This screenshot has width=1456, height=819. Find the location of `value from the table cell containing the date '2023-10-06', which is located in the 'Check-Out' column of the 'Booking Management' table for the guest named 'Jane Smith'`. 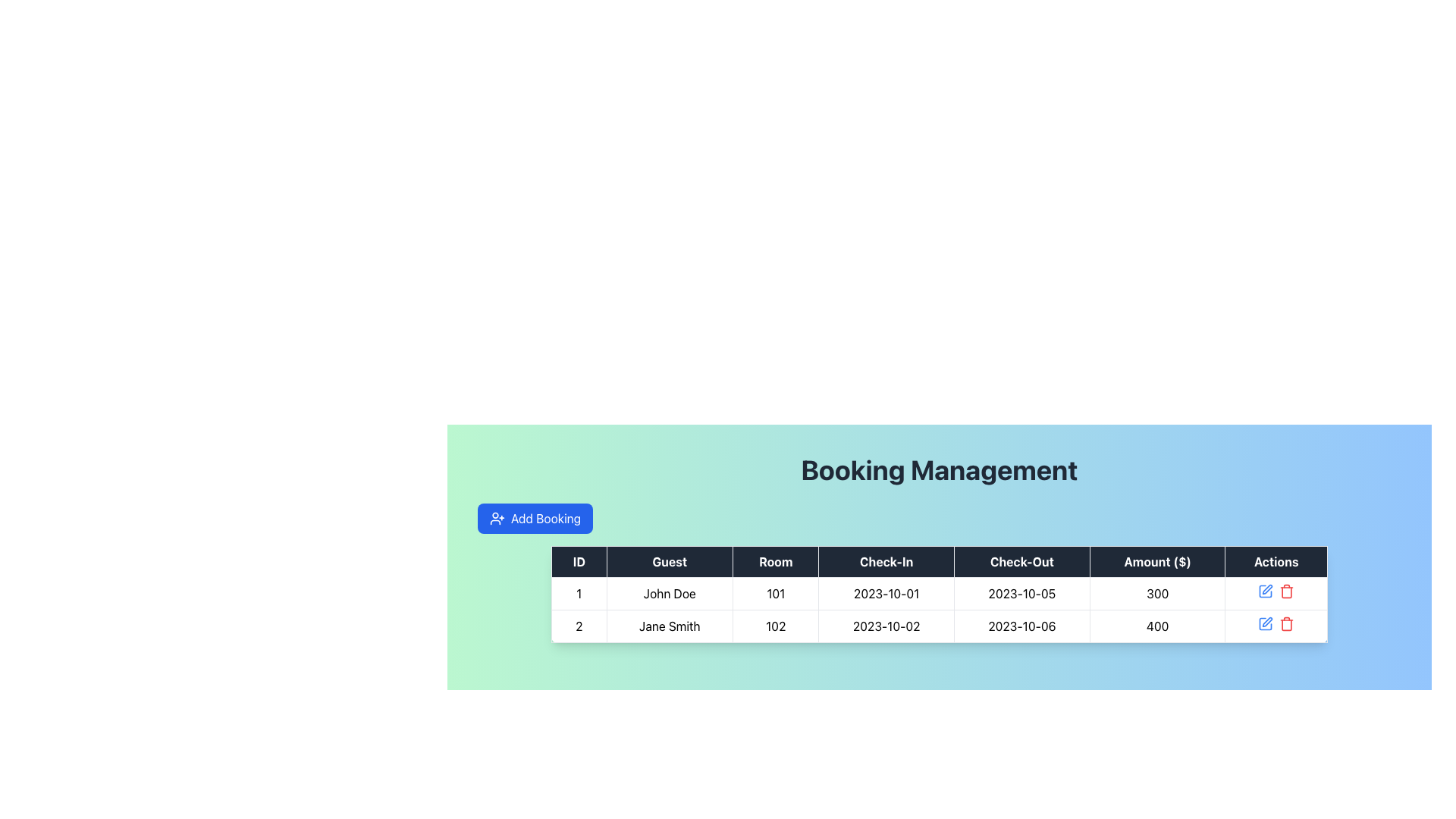

value from the table cell containing the date '2023-10-06', which is located in the 'Check-Out' column of the 'Booking Management' table for the guest named 'Jane Smith' is located at coordinates (1021, 626).